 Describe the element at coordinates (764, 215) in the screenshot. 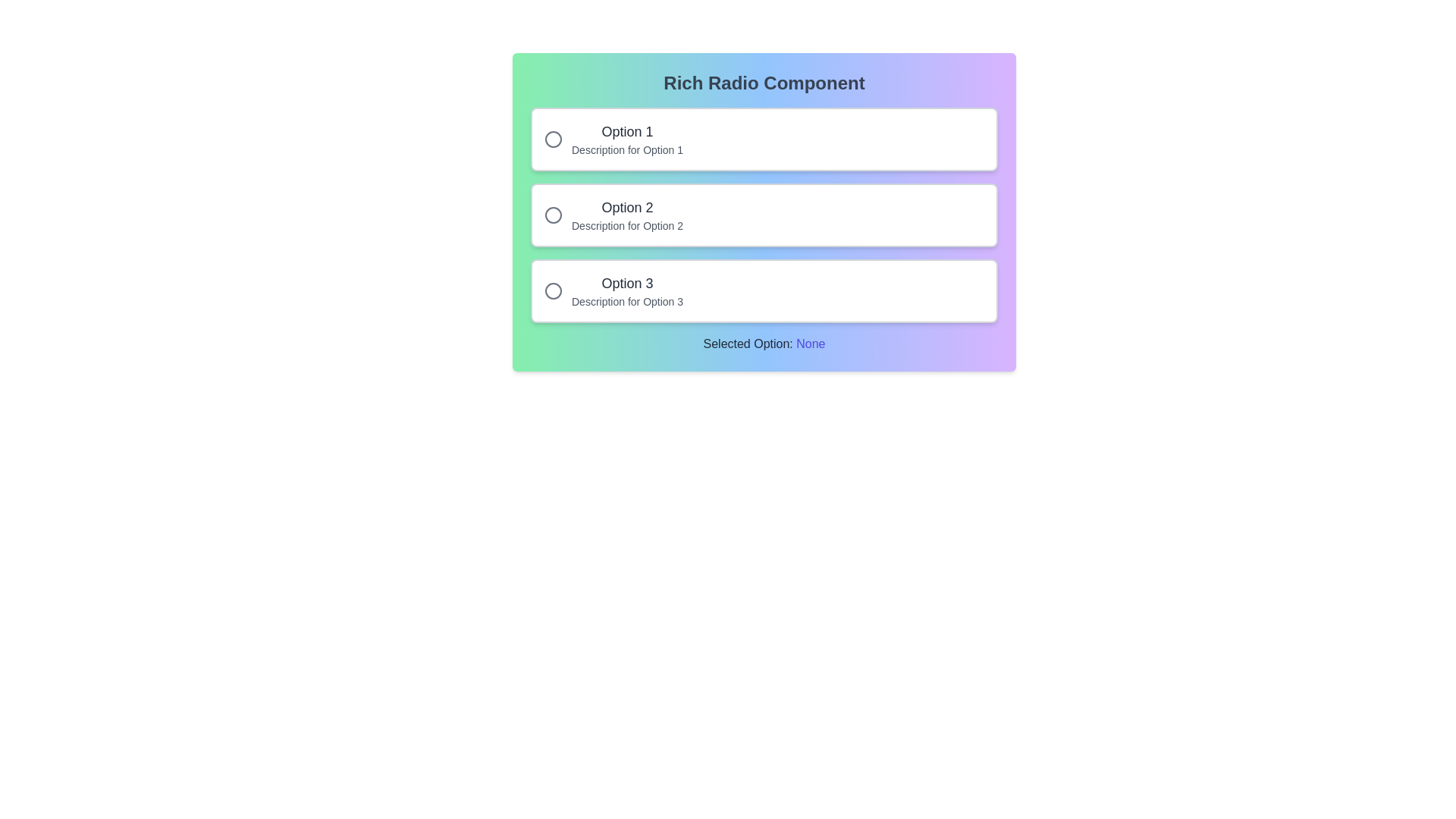

I see `the second selectable option in the vertical group of three, positioned between 'Option 1' and 'Option 3'` at that location.